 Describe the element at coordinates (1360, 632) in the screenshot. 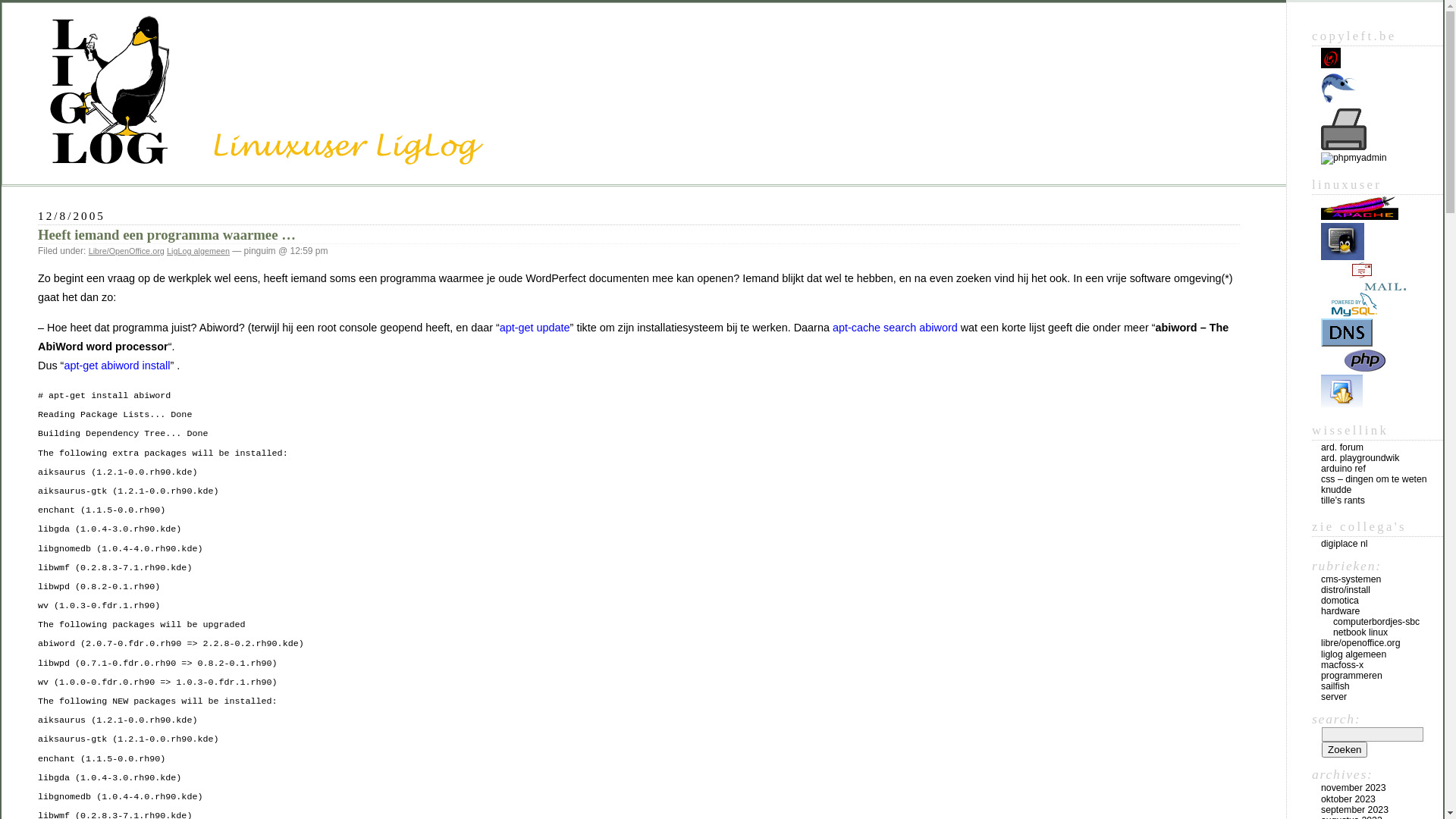

I see `'netbook linux'` at that location.